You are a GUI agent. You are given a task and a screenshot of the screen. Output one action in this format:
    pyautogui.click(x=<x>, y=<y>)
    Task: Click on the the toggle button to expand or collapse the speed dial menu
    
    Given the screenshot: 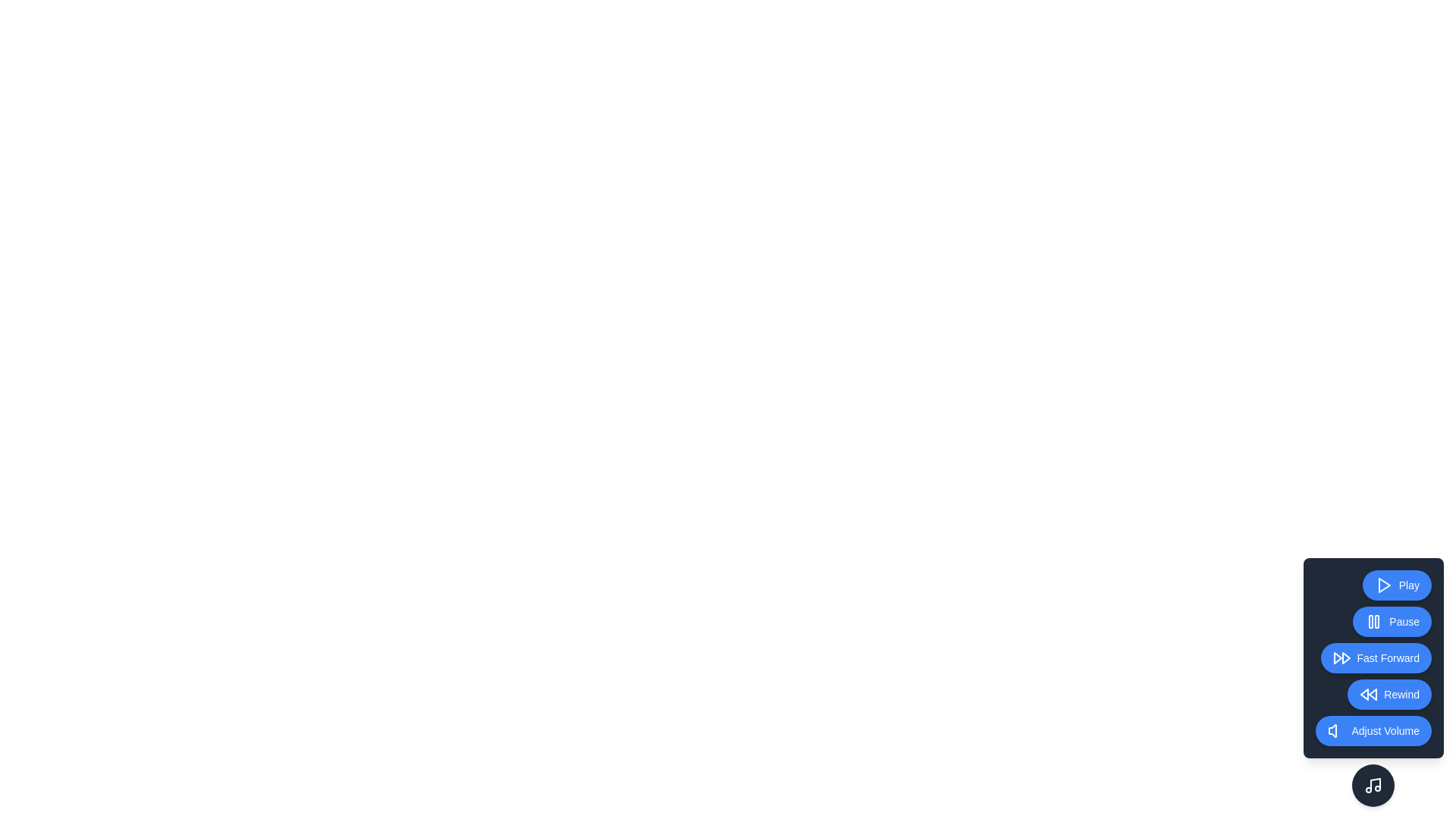 What is the action you would take?
    pyautogui.click(x=1373, y=785)
    